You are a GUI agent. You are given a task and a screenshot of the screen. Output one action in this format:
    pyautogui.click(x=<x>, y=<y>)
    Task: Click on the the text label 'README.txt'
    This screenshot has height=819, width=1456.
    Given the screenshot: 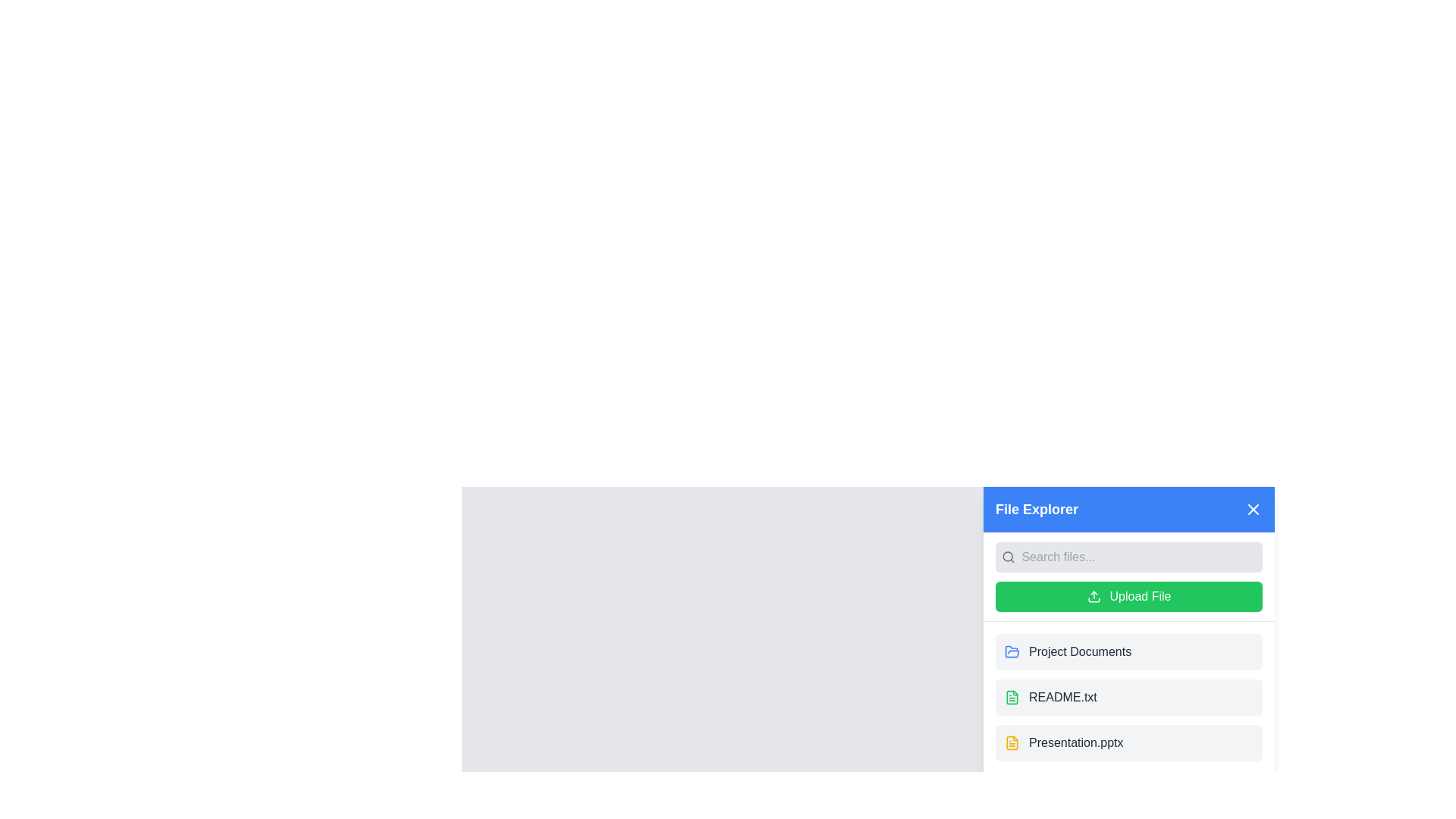 What is the action you would take?
    pyautogui.click(x=1062, y=698)
    